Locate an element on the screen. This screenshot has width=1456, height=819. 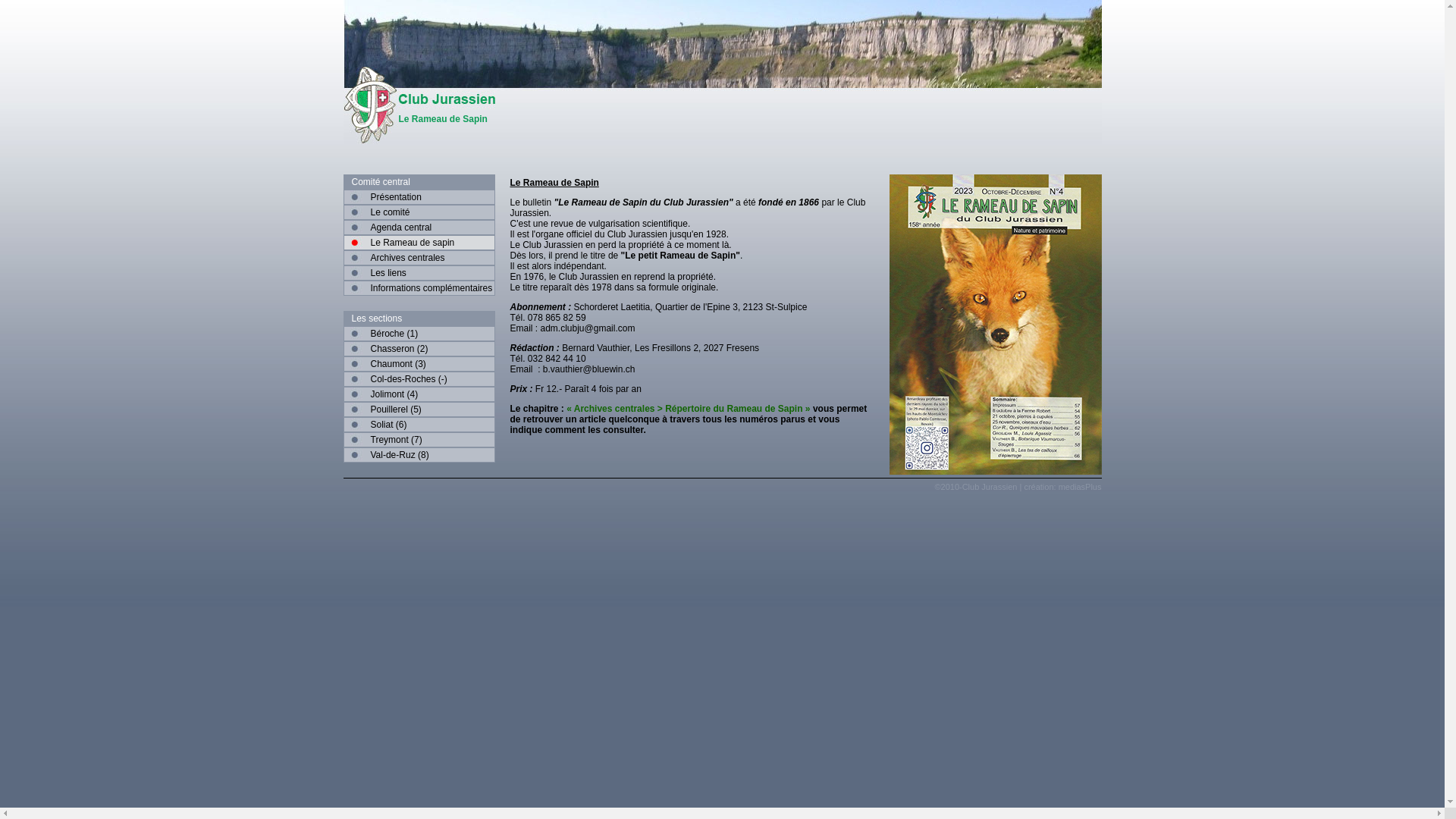
'Les liens' is located at coordinates (419, 271).